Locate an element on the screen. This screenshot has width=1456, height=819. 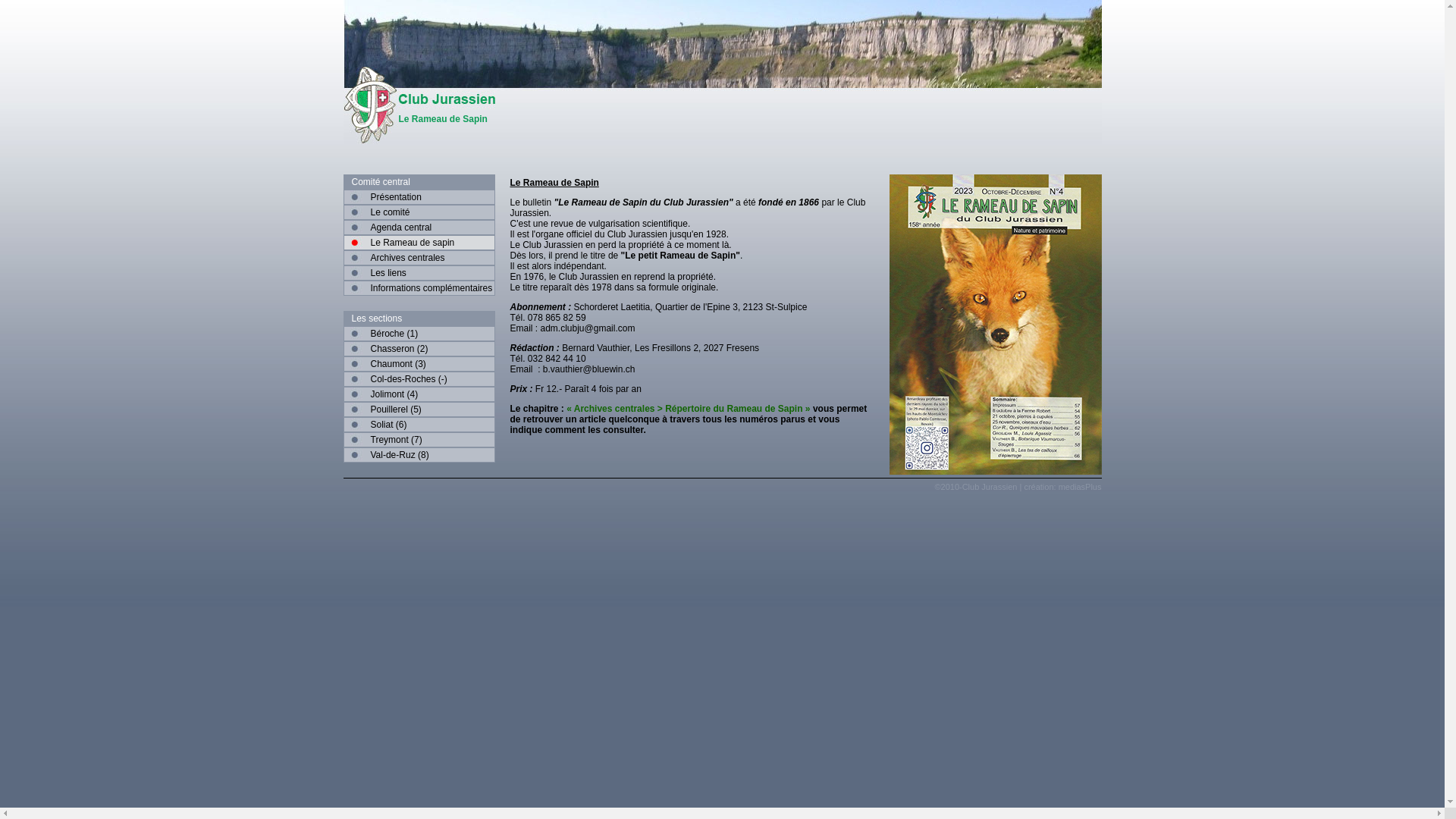
'Les liens' is located at coordinates (419, 271).